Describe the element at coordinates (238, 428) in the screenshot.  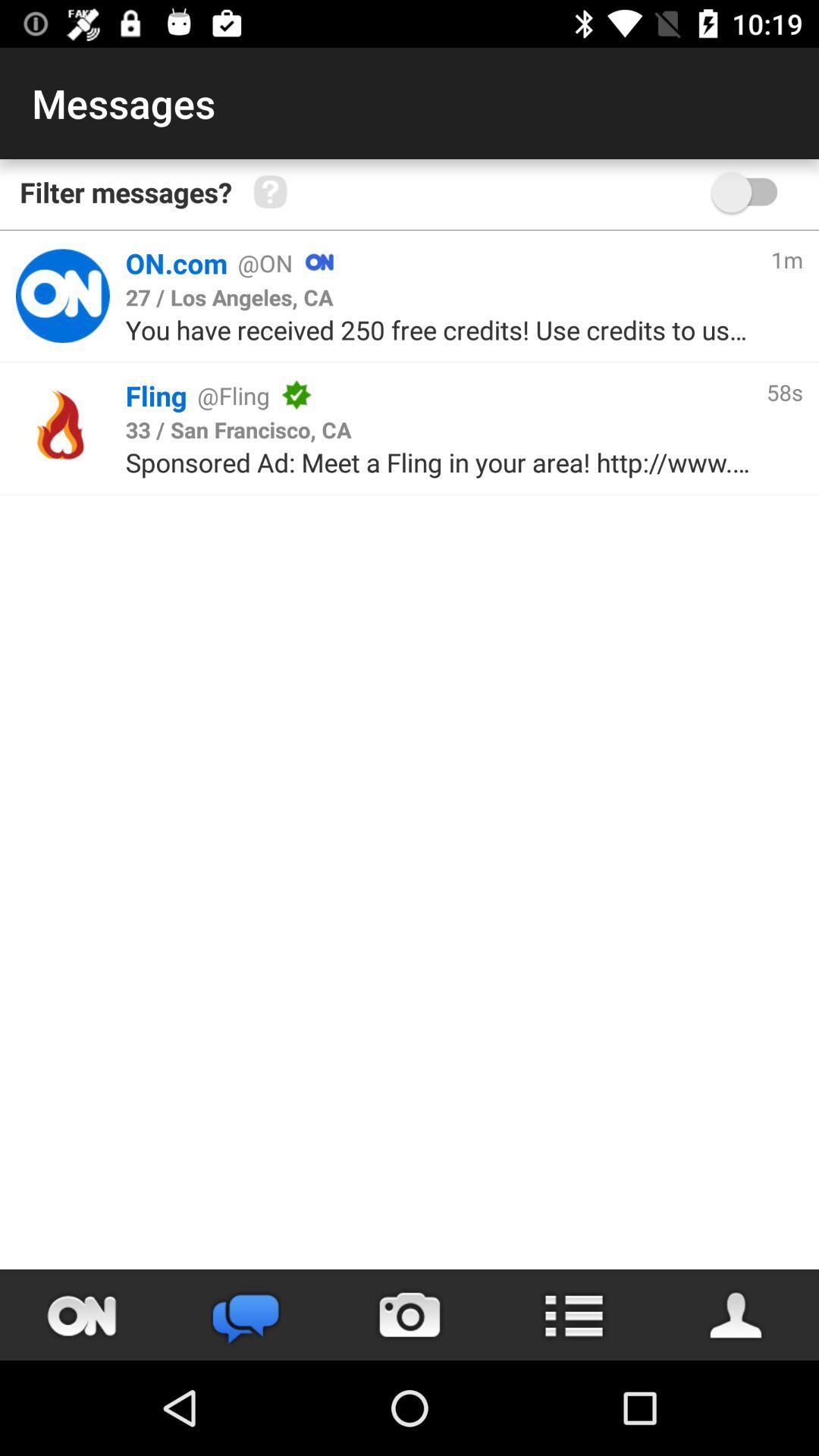
I see `item next to the 58s icon` at that location.